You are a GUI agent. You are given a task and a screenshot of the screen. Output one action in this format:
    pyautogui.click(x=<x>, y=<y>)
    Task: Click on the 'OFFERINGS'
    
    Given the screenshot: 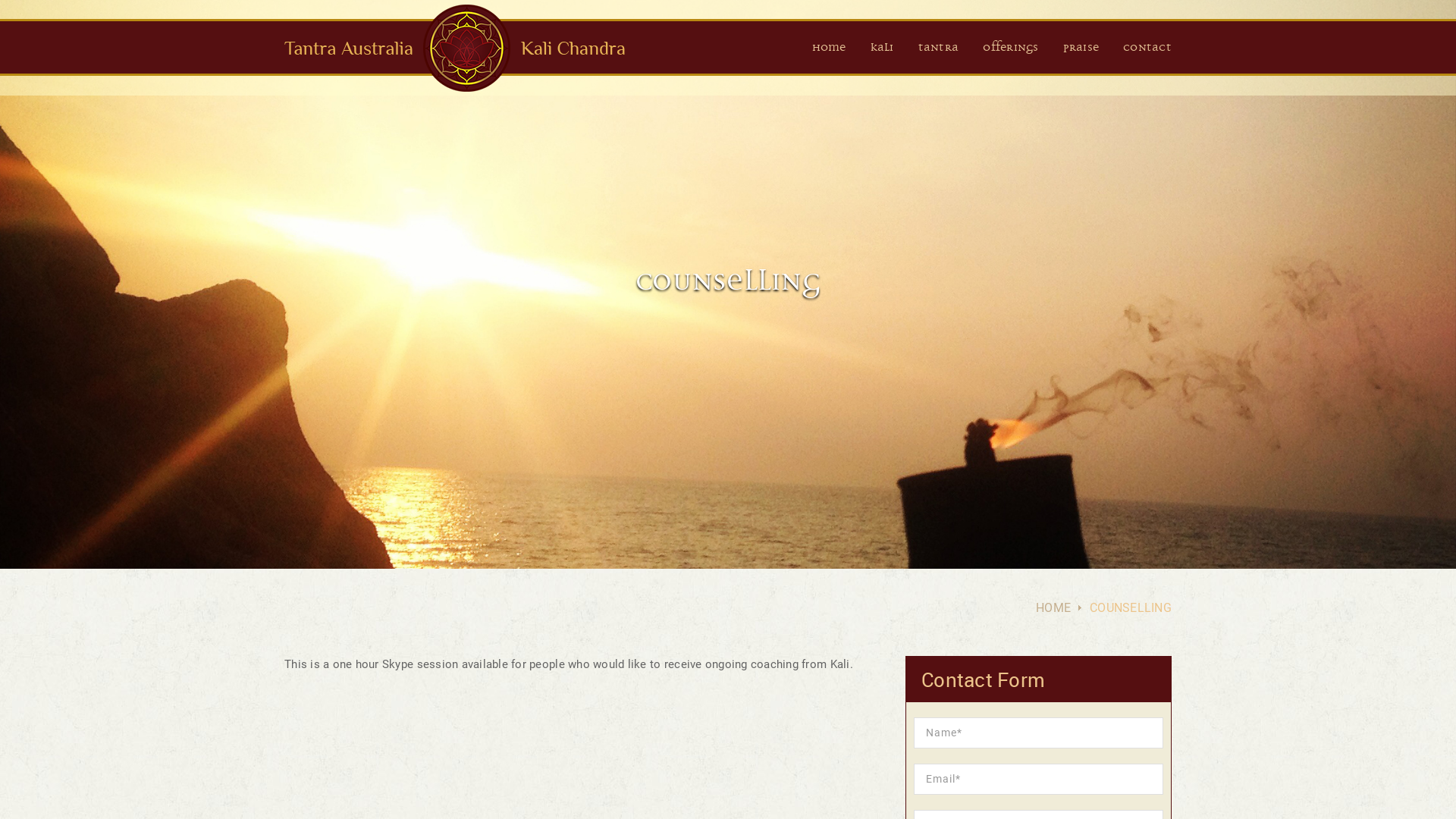 What is the action you would take?
    pyautogui.click(x=1010, y=48)
    